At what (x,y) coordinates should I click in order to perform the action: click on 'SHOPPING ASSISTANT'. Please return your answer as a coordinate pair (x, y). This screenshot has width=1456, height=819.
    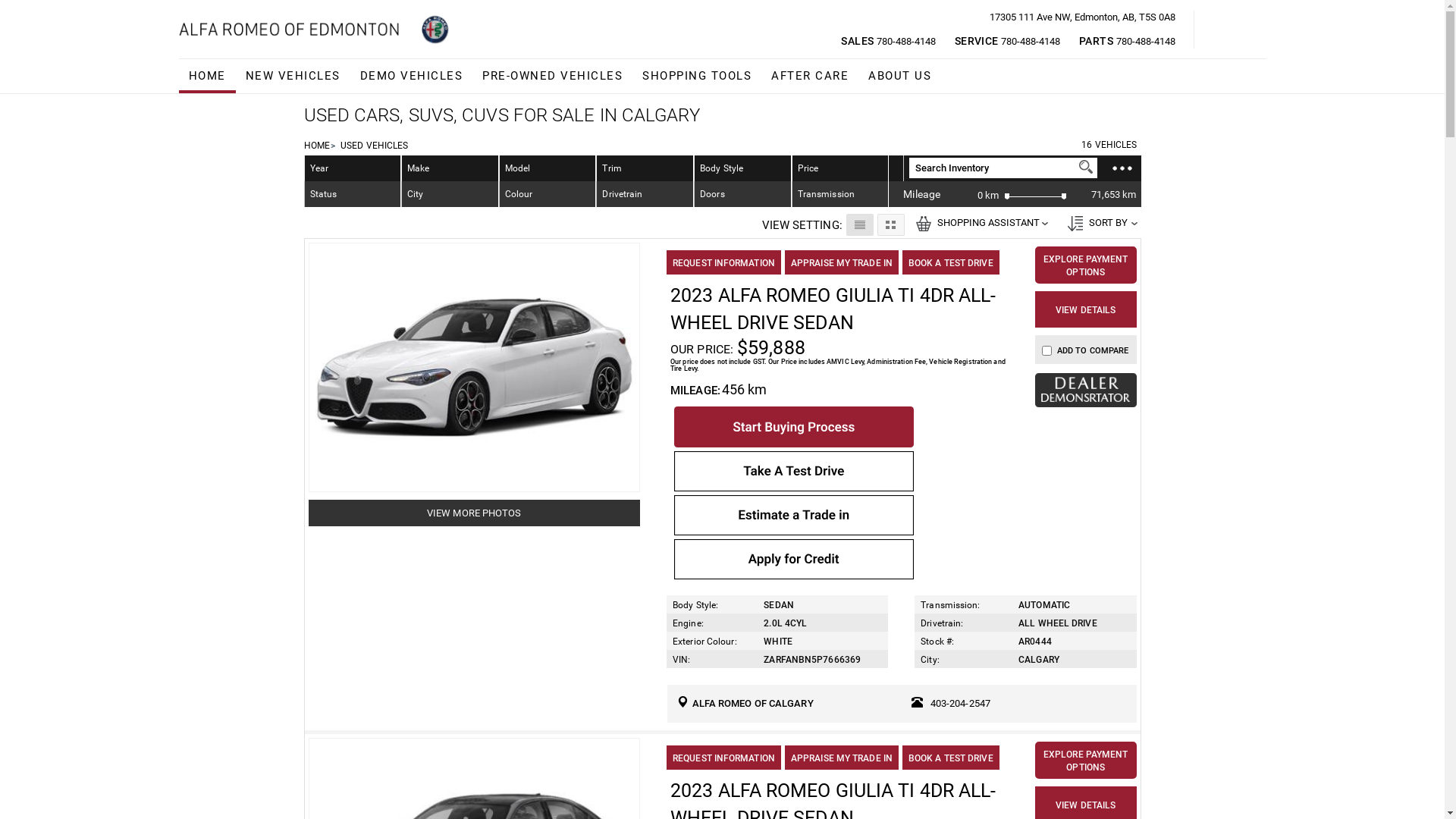
    Looking at the image, I should click on (979, 222).